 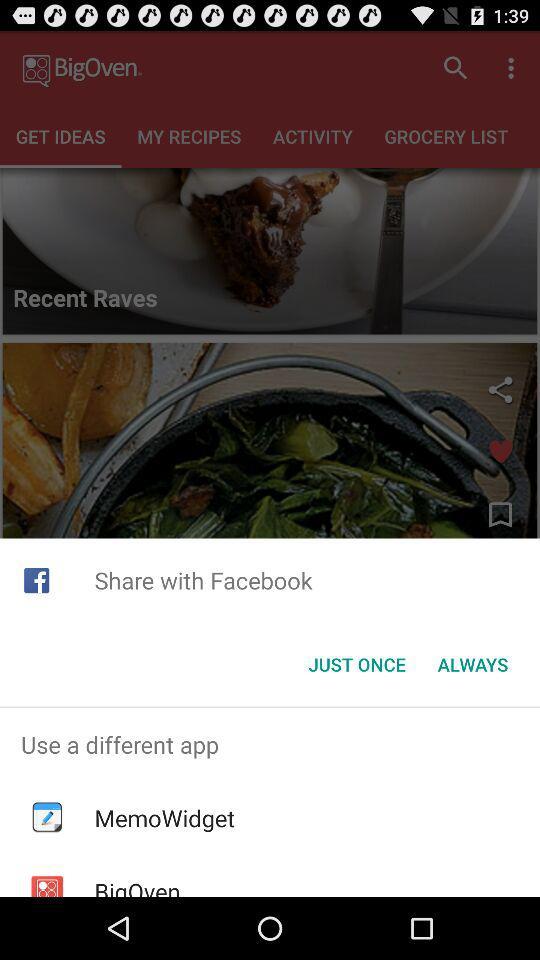 What do you see at coordinates (270, 743) in the screenshot?
I see `use a different icon` at bounding box center [270, 743].